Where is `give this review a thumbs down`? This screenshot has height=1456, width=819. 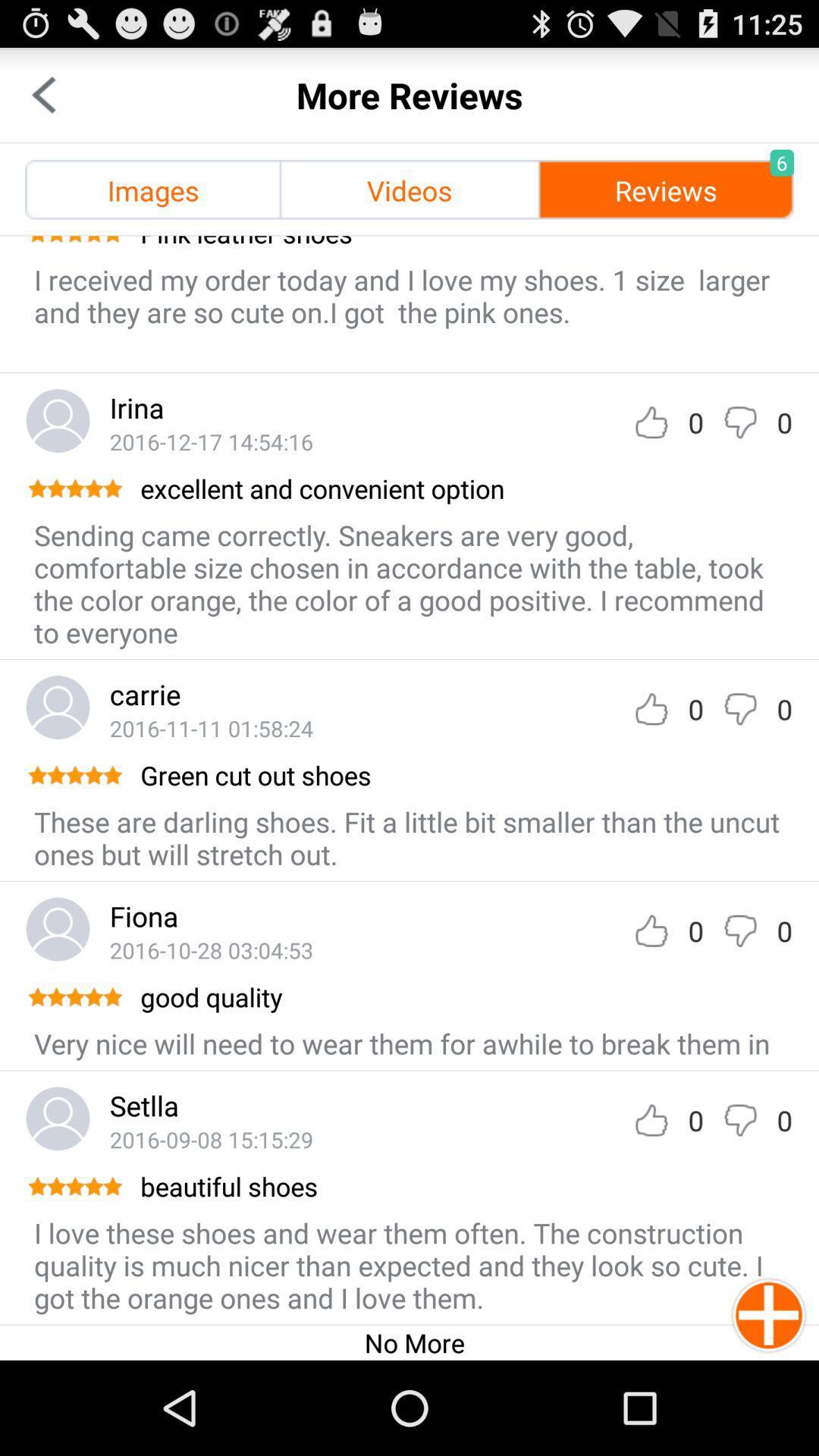
give this review a thumbs down is located at coordinates (739, 708).